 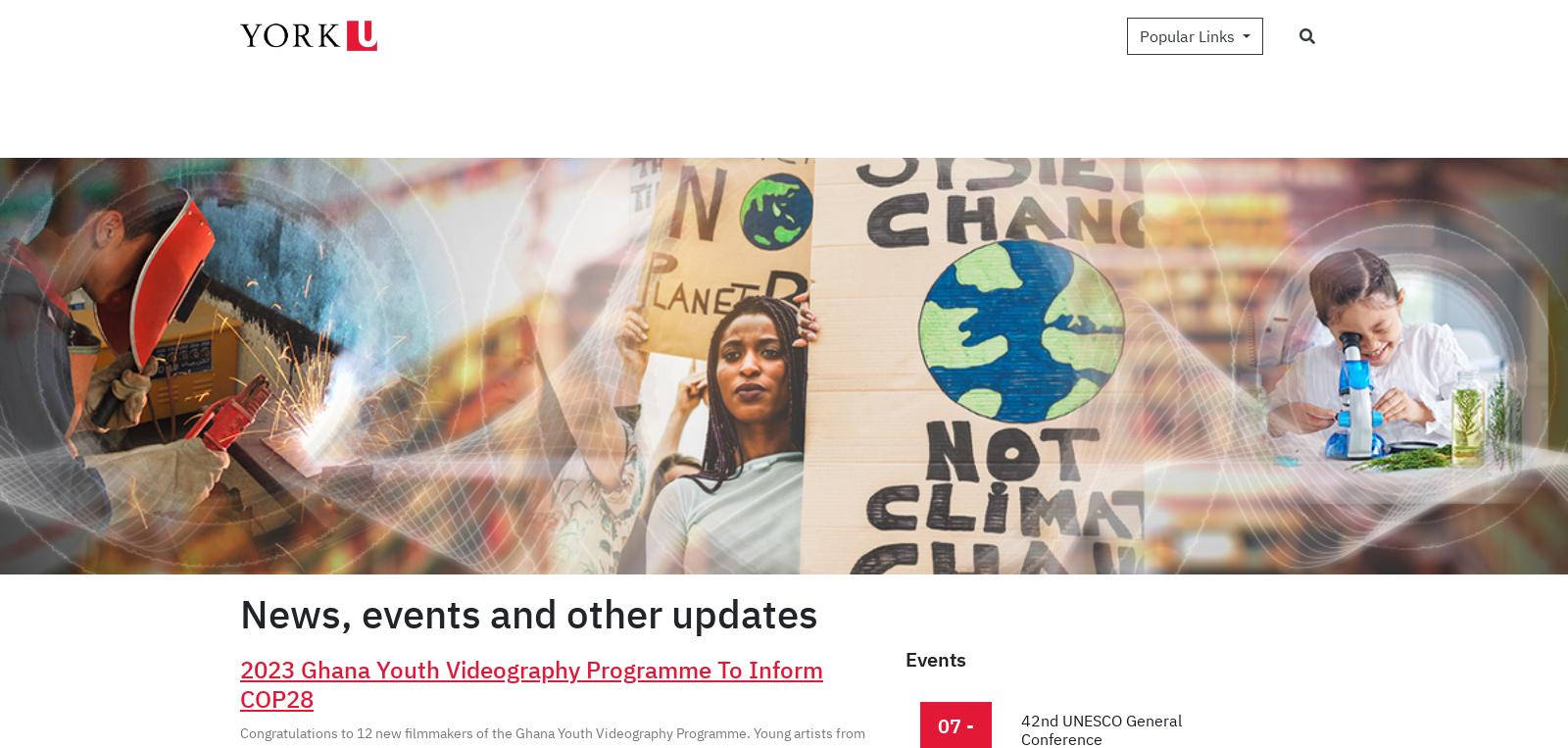 I want to click on 'News and Updates', so click(x=314, y=66).